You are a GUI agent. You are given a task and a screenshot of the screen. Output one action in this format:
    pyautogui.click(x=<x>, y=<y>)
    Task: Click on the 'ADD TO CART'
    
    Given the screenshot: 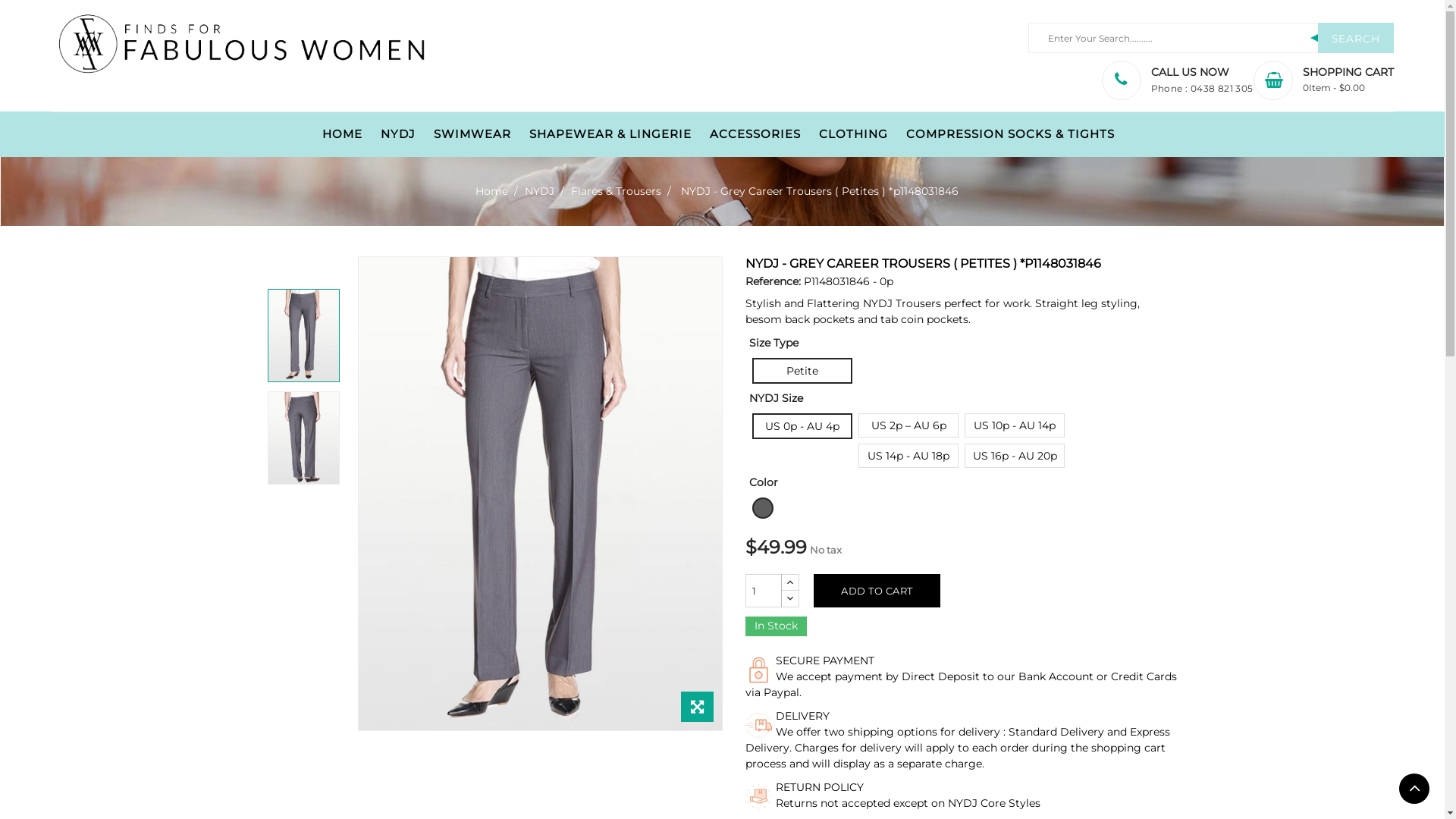 What is the action you would take?
    pyautogui.click(x=877, y=590)
    